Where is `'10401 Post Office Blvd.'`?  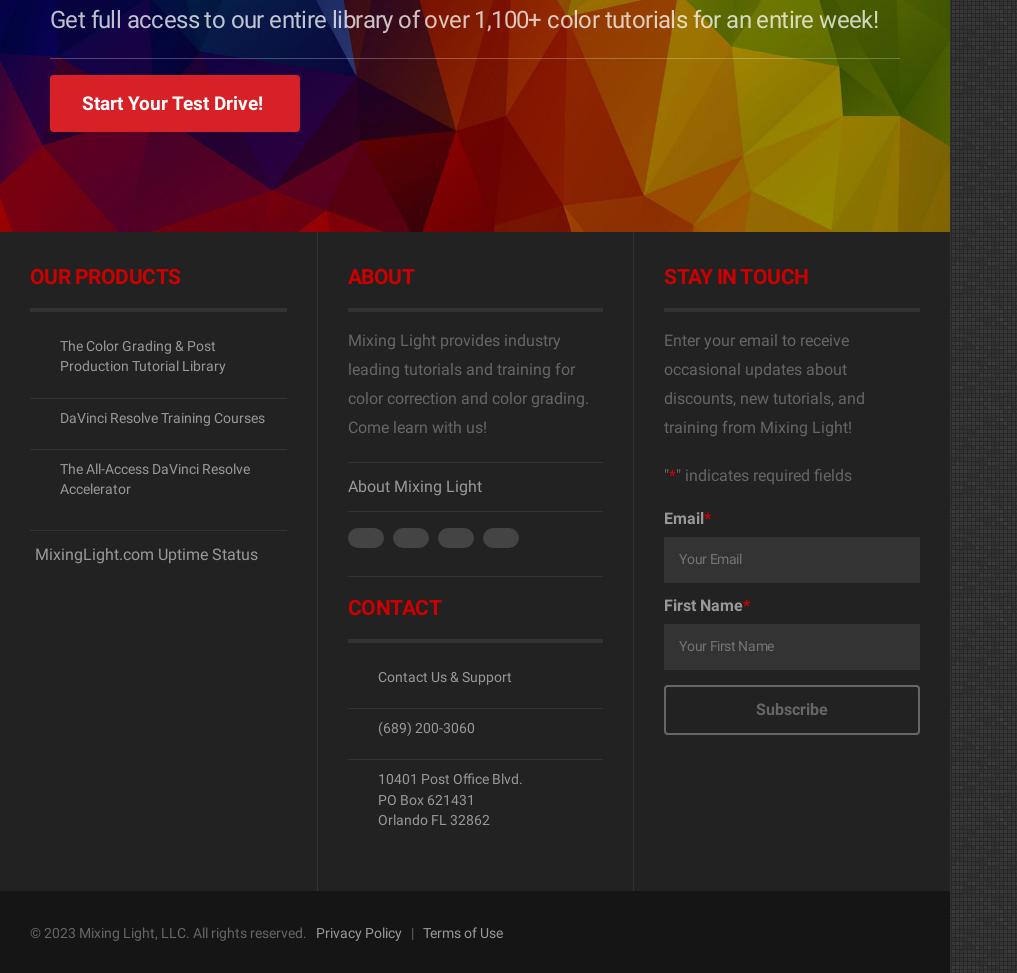 '10401 Post Office Blvd.' is located at coordinates (449, 778).